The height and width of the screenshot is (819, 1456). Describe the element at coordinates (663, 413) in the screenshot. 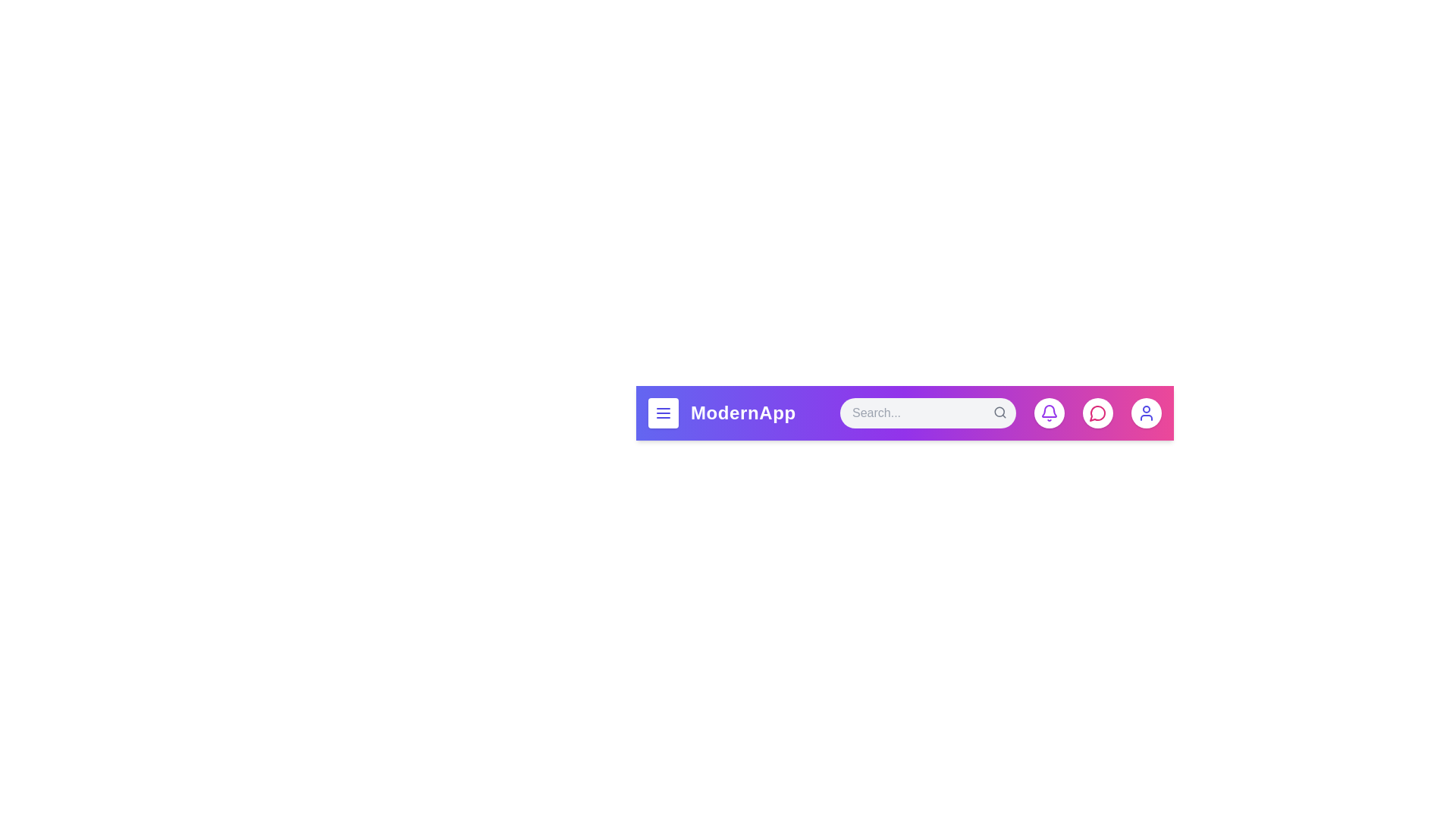

I see `the menu button to open the menu` at that location.